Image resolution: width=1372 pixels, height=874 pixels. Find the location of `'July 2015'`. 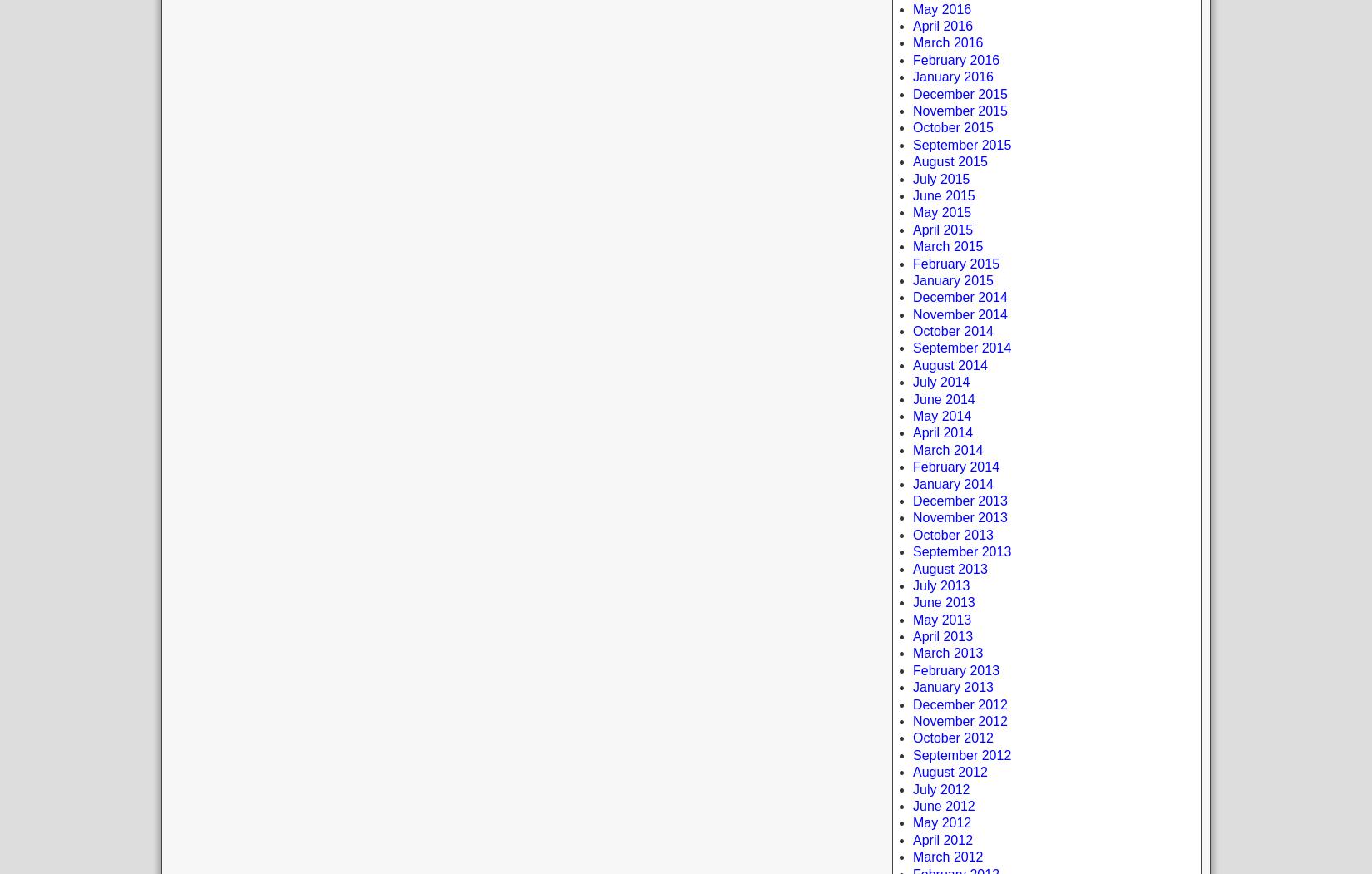

'July 2015' is located at coordinates (941, 177).